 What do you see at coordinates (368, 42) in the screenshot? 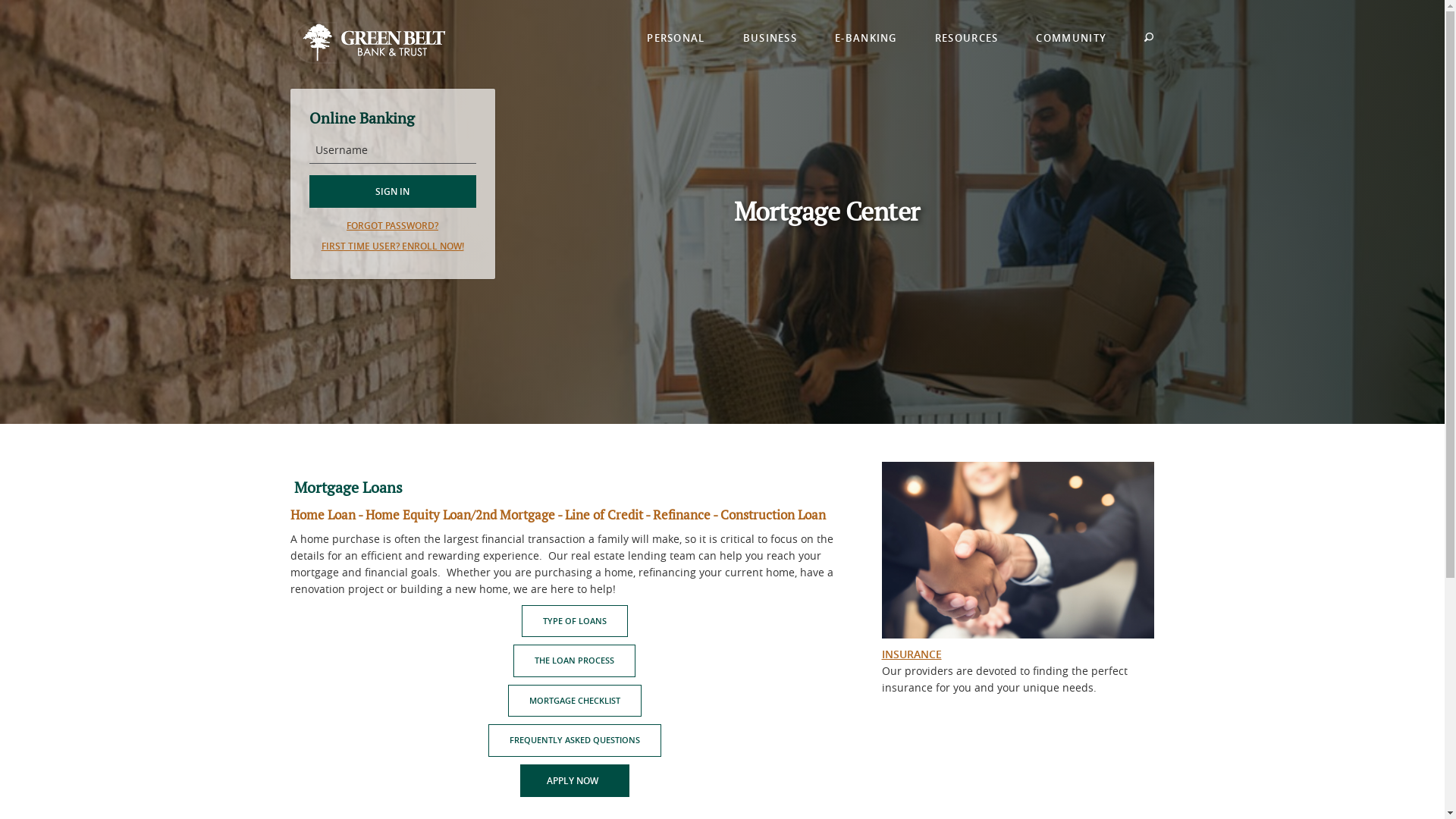
I see `'Green Belt Bank & Trust, Iowa Falls, IA'` at bounding box center [368, 42].